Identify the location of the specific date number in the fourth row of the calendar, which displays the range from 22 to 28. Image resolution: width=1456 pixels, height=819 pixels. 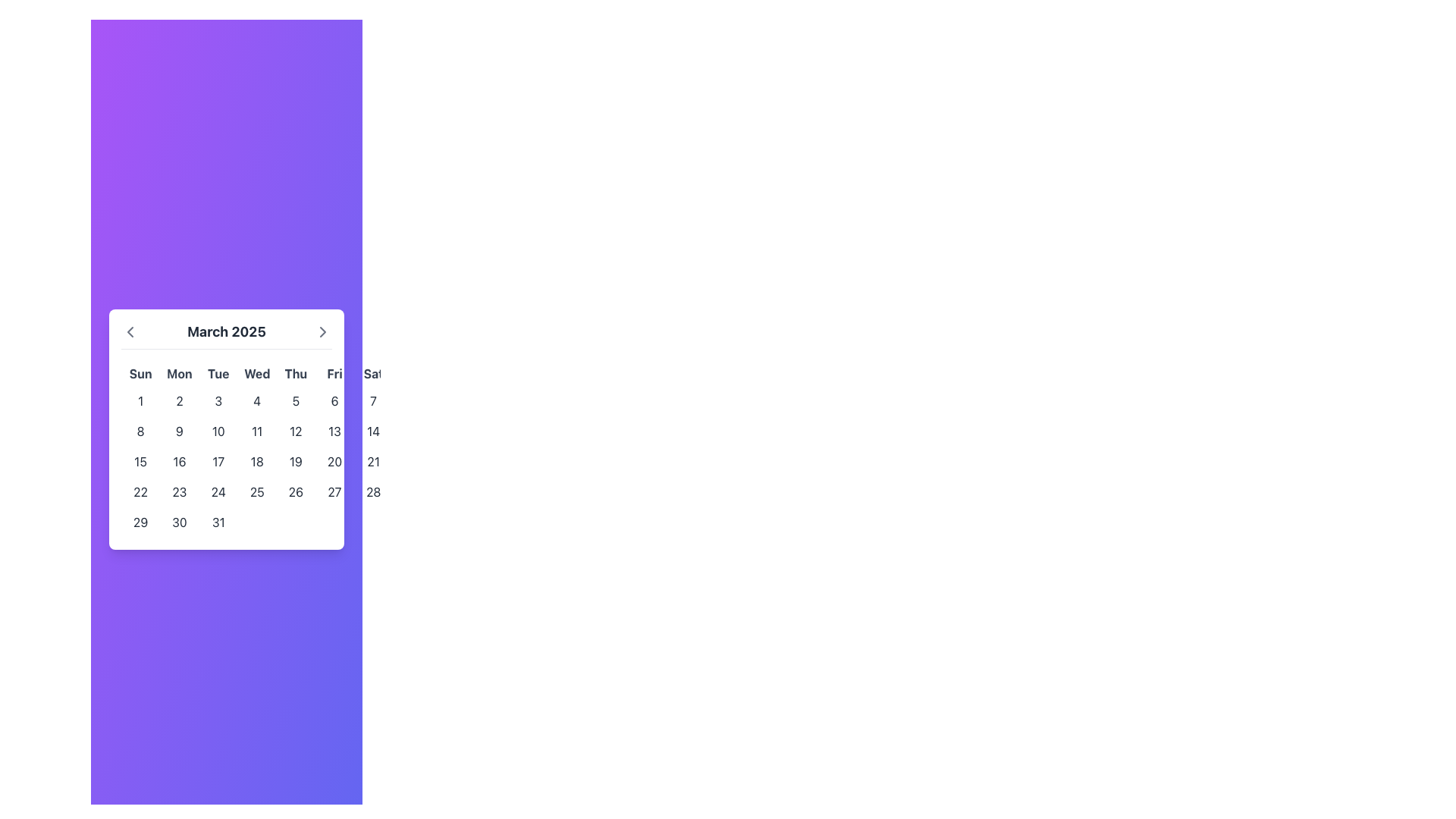
(257, 491).